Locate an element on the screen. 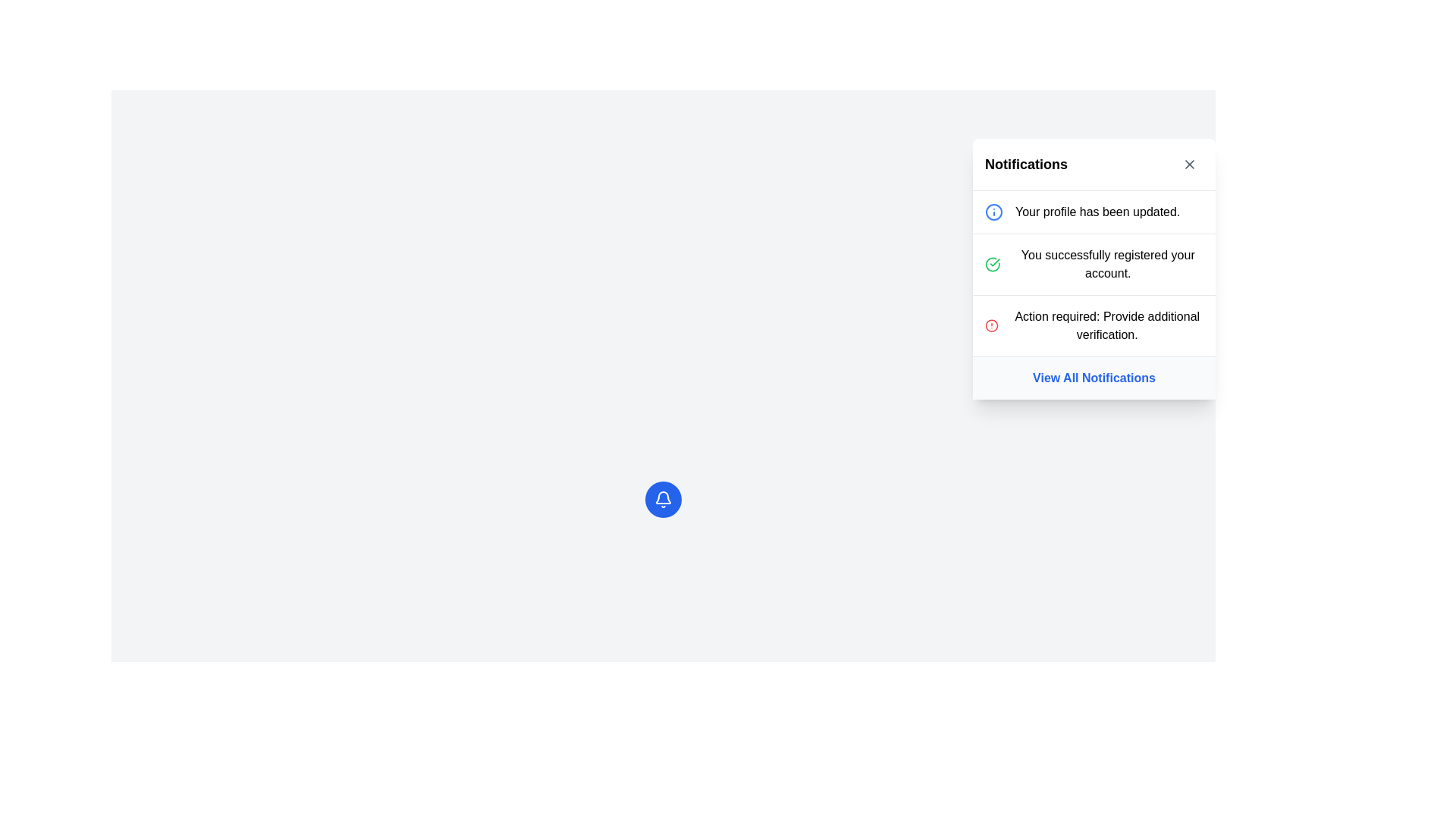 This screenshot has width=1456, height=819. the close button located at the top-right corner of the notifications panel is located at coordinates (1189, 164).